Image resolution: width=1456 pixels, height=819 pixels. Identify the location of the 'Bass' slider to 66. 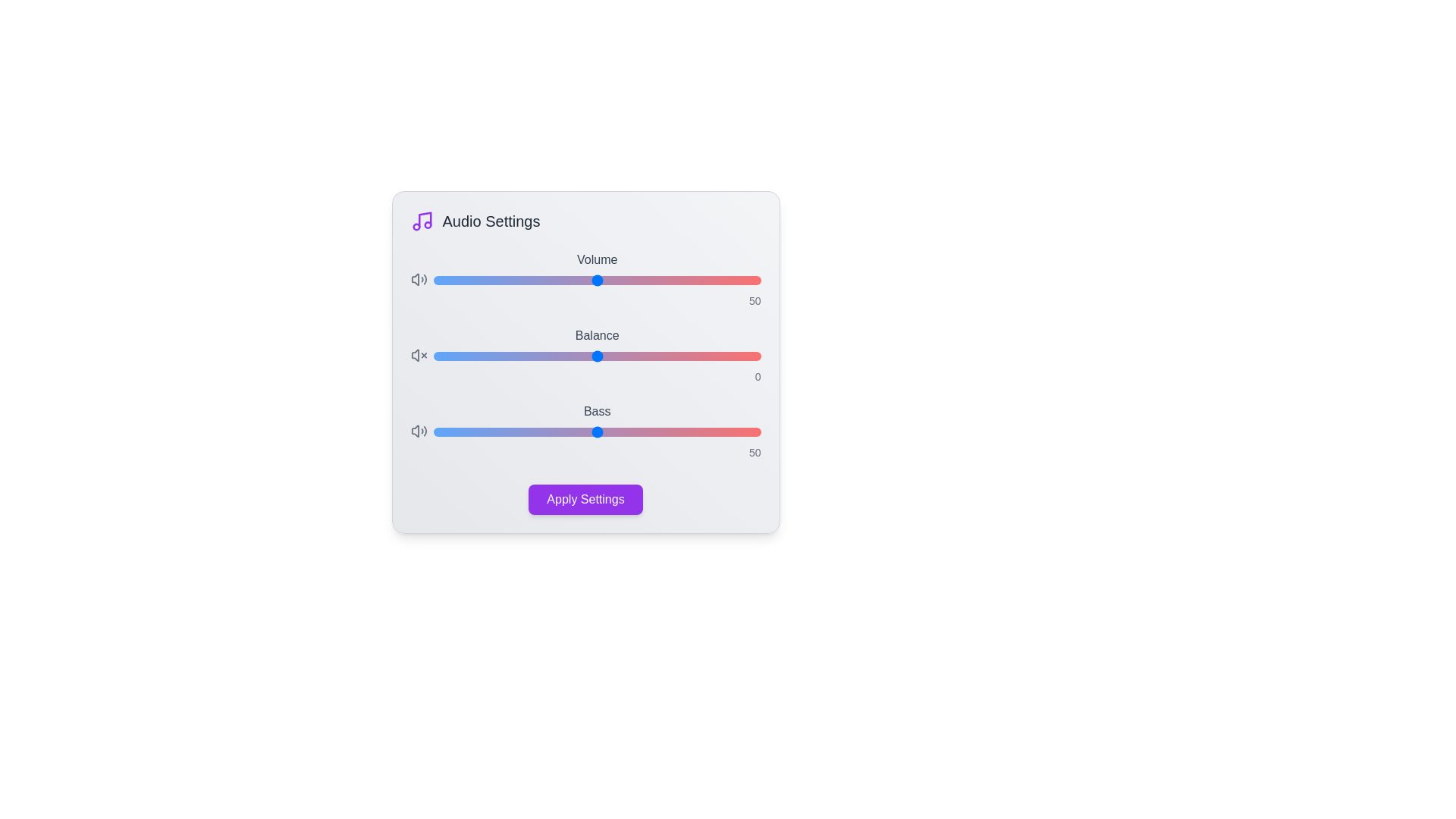
(649, 432).